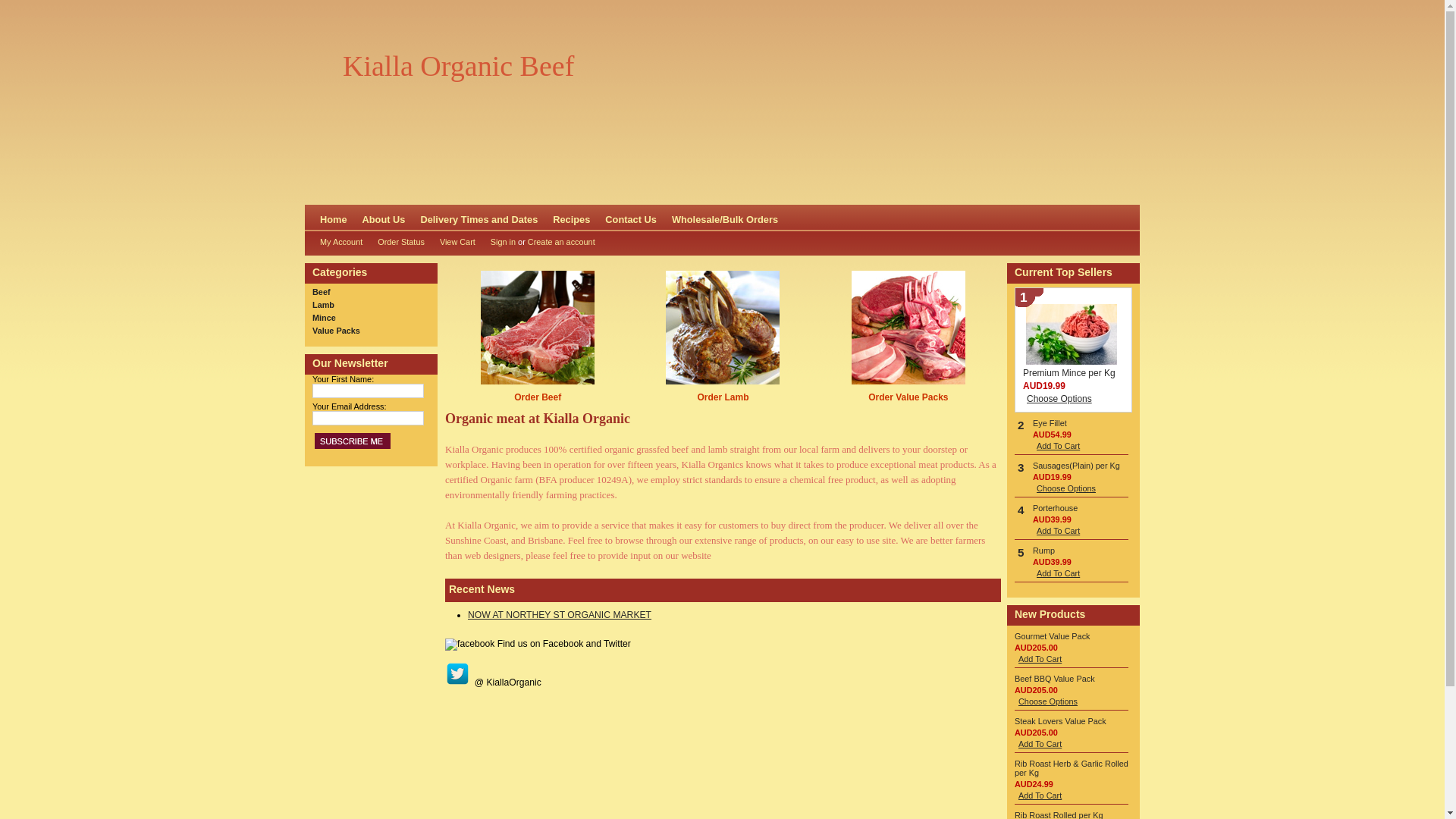 The height and width of the screenshot is (819, 1456). What do you see at coordinates (1057, 444) in the screenshot?
I see `'Add To Cart'` at bounding box center [1057, 444].